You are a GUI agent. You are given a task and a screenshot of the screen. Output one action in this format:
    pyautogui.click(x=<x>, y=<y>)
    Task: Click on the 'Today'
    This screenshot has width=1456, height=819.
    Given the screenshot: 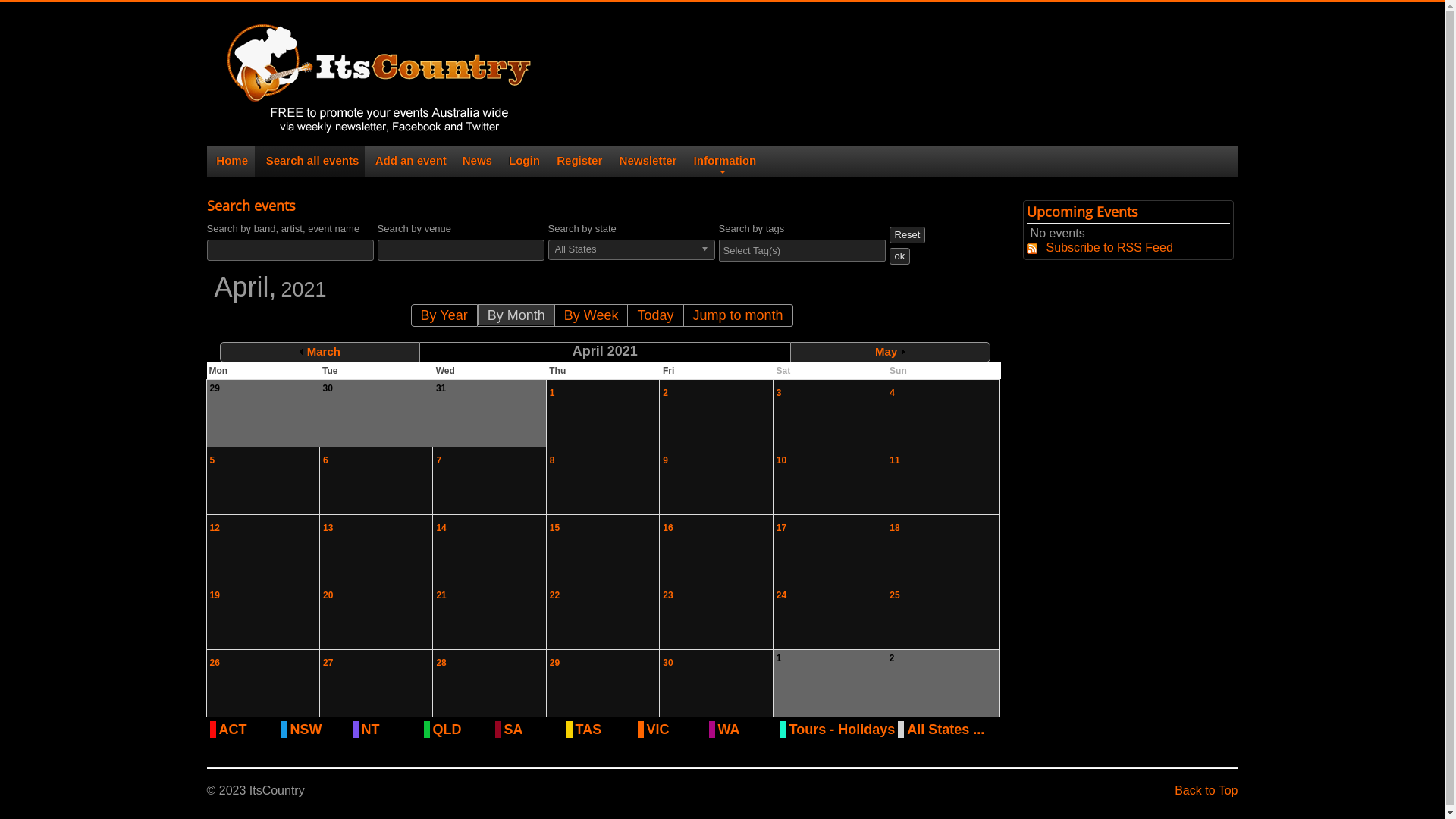 What is the action you would take?
    pyautogui.click(x=655, y=314)
    